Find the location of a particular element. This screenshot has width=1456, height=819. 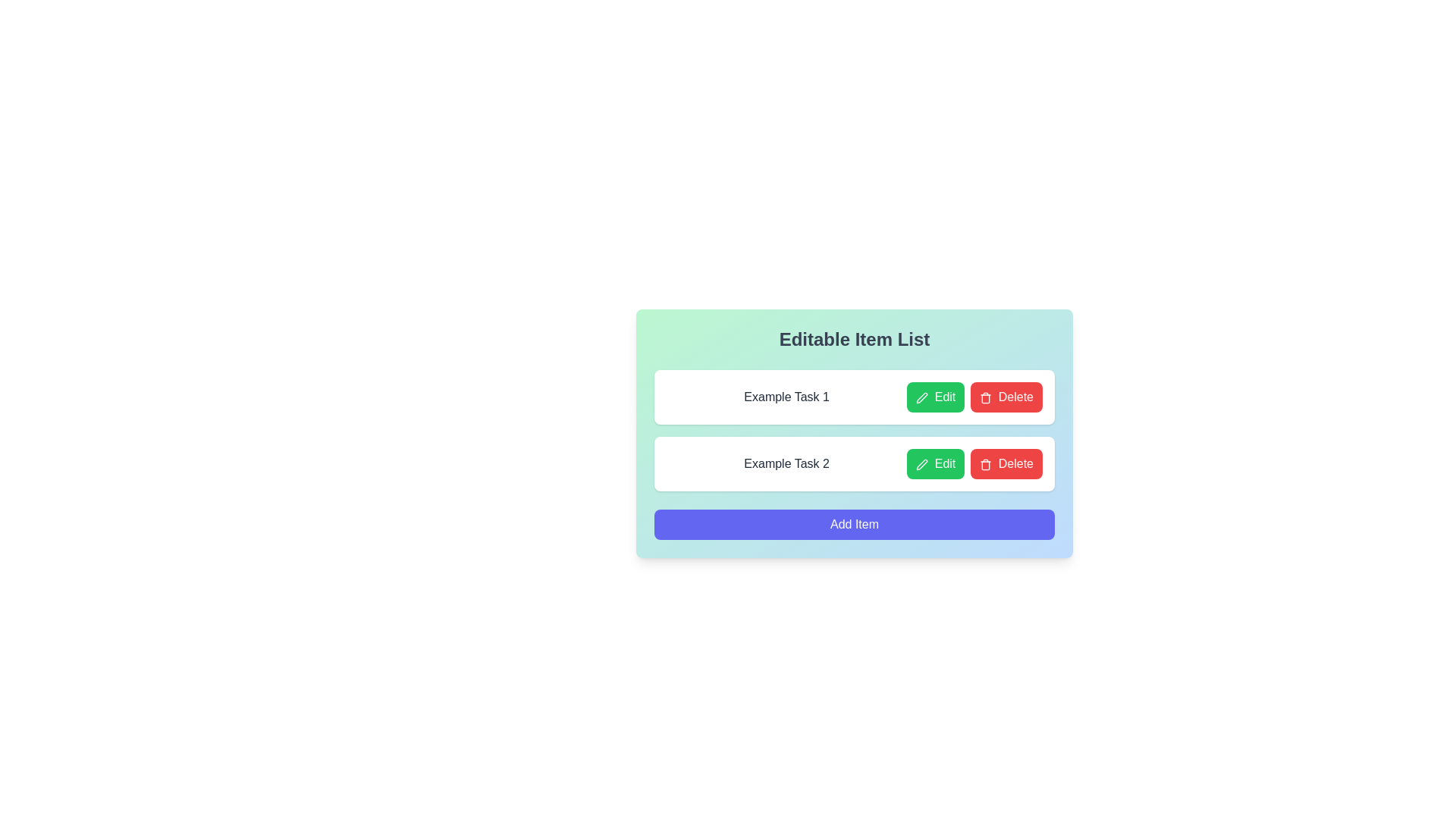

the edit action icon located inside the 'Edit' button of the second list entry row labeled 'Example Task 2', which is positioned to the right of the task label and to the left of the red 'Delete' button is located at coordinates (921, 463).